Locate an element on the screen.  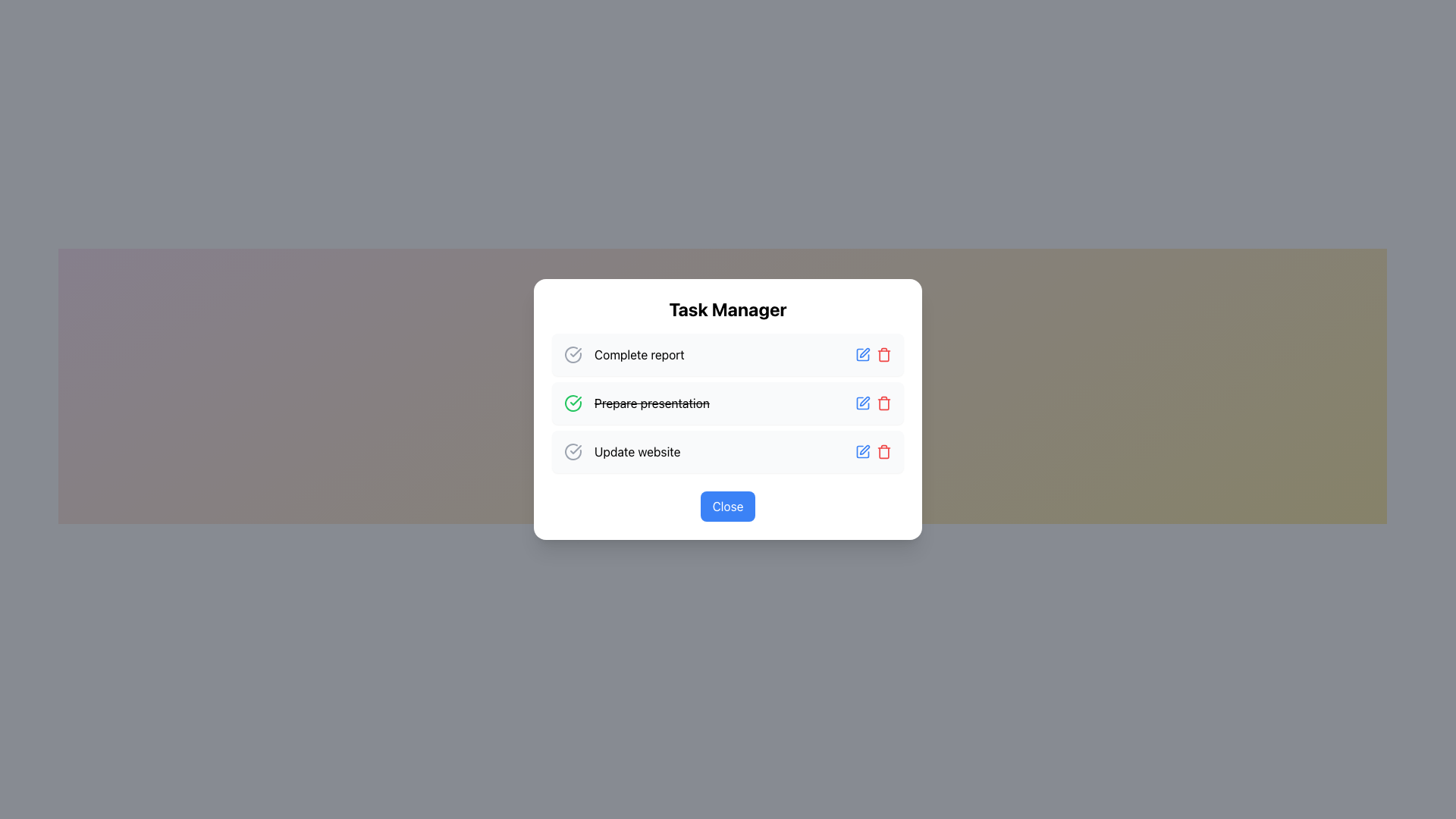
the first task item in the task manager interface, which is labeled 'Complete report' is located at coordinates (728, 354).